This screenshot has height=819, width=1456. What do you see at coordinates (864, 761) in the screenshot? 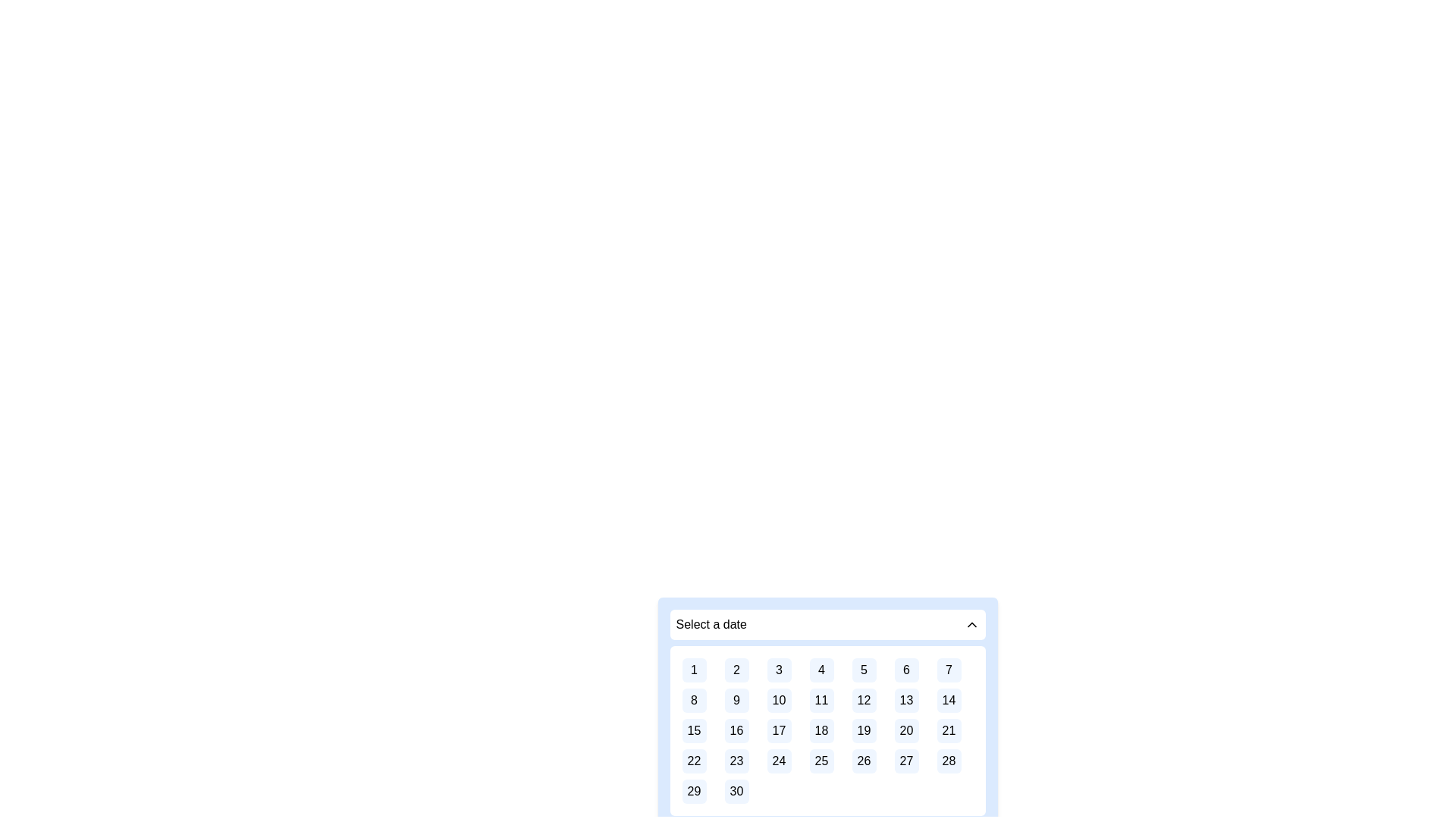
I see `the square button with rounded corners, light blue background, and bold black text '26'` at bounding box center [864, 761].